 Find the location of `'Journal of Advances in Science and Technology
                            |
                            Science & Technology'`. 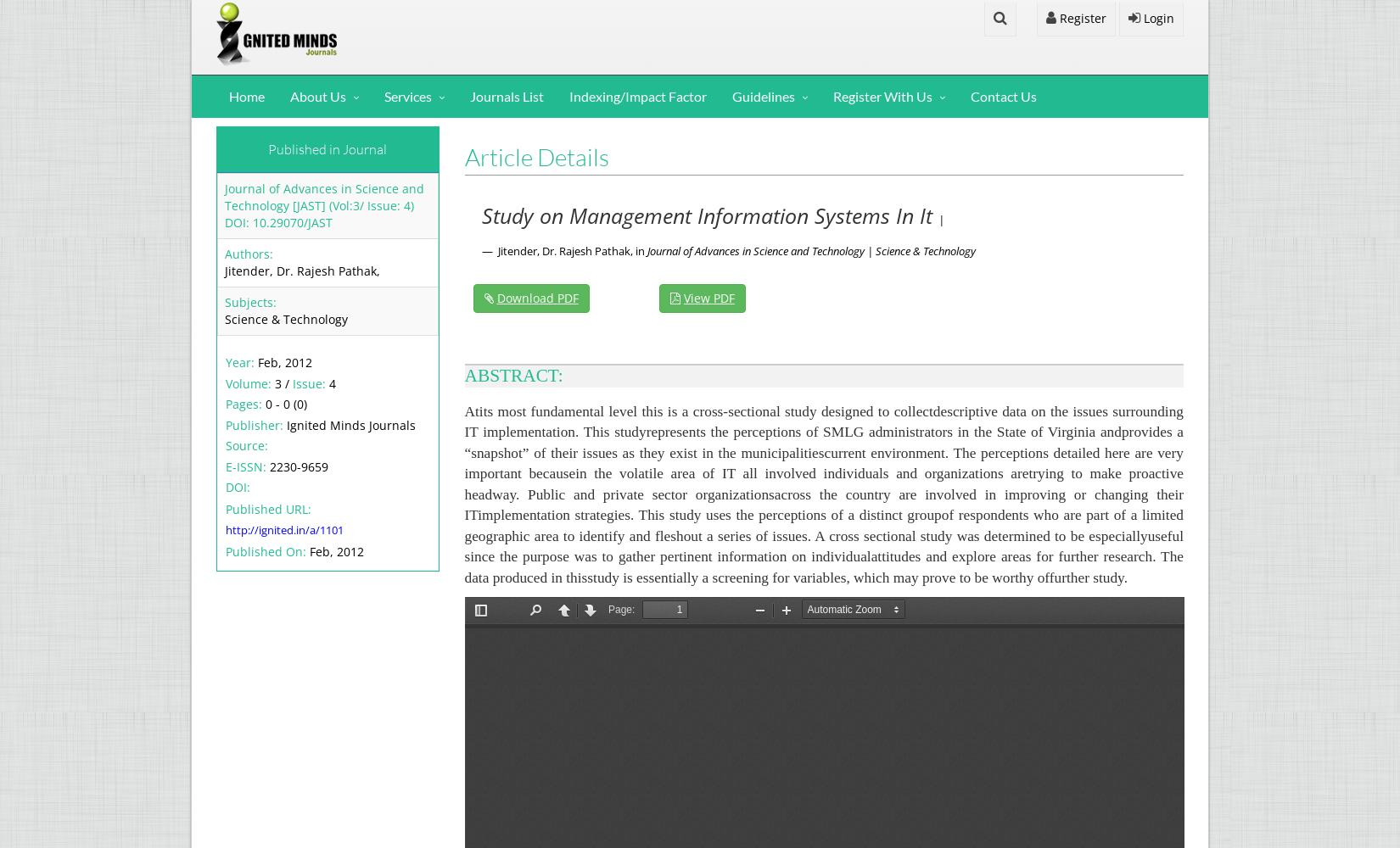

'Journal of Advances in Science and Technology
                            |
                            Science & Technology' is located at coordinates (645, 250).